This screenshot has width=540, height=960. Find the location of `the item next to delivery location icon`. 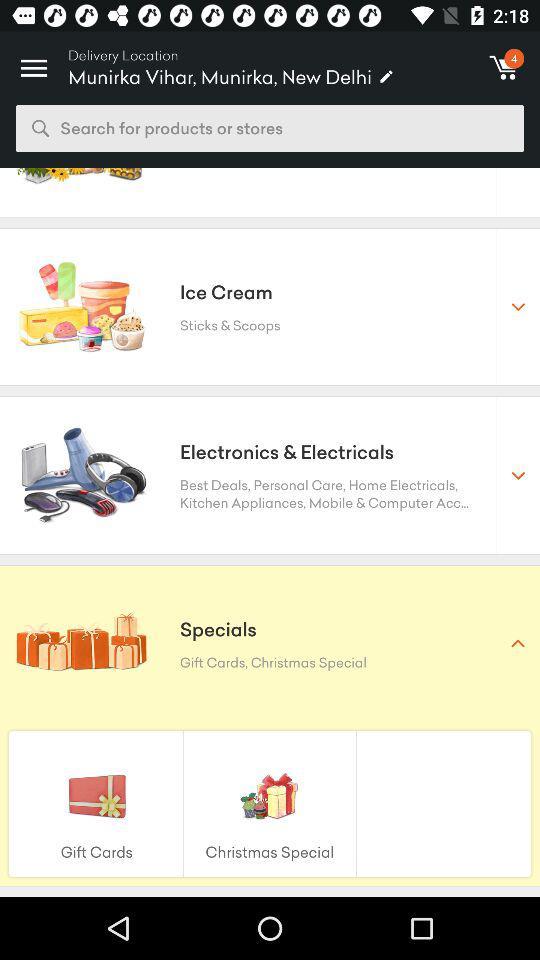

the item next to delivery location icon is located at coordinates (33, 62).